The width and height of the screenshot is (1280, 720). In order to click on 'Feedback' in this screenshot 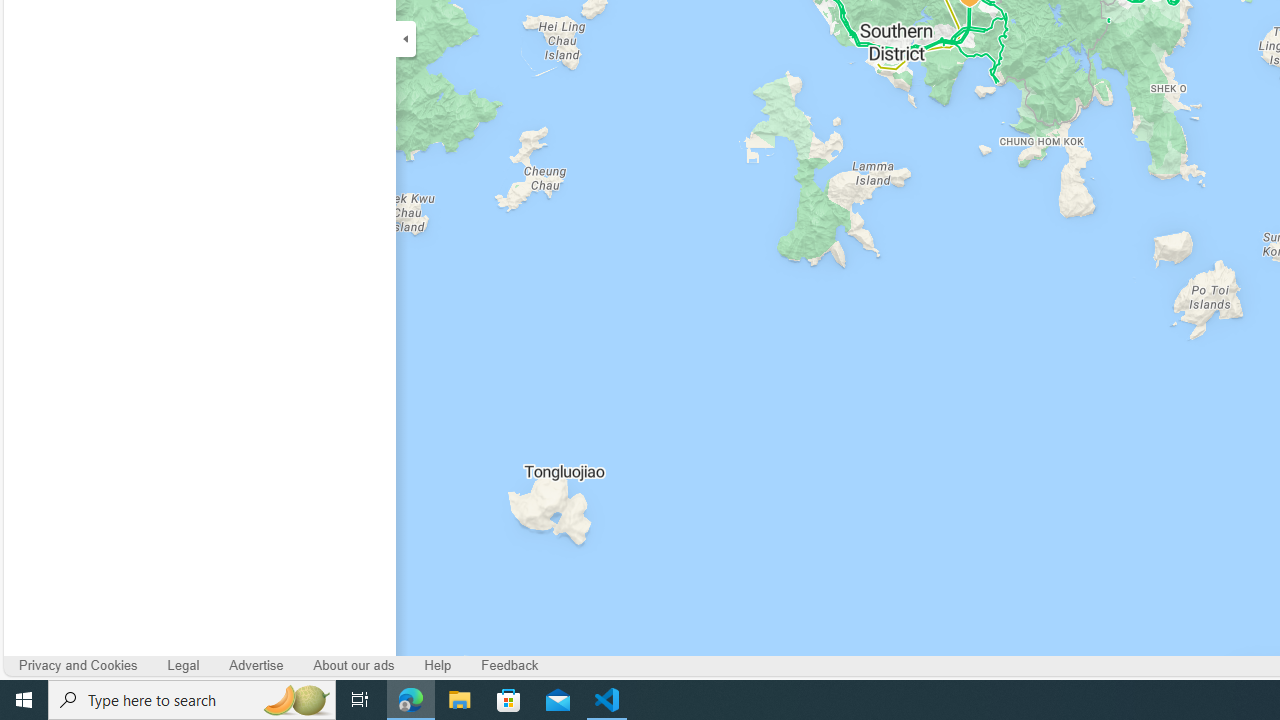, I will do `click(510, 666)`.